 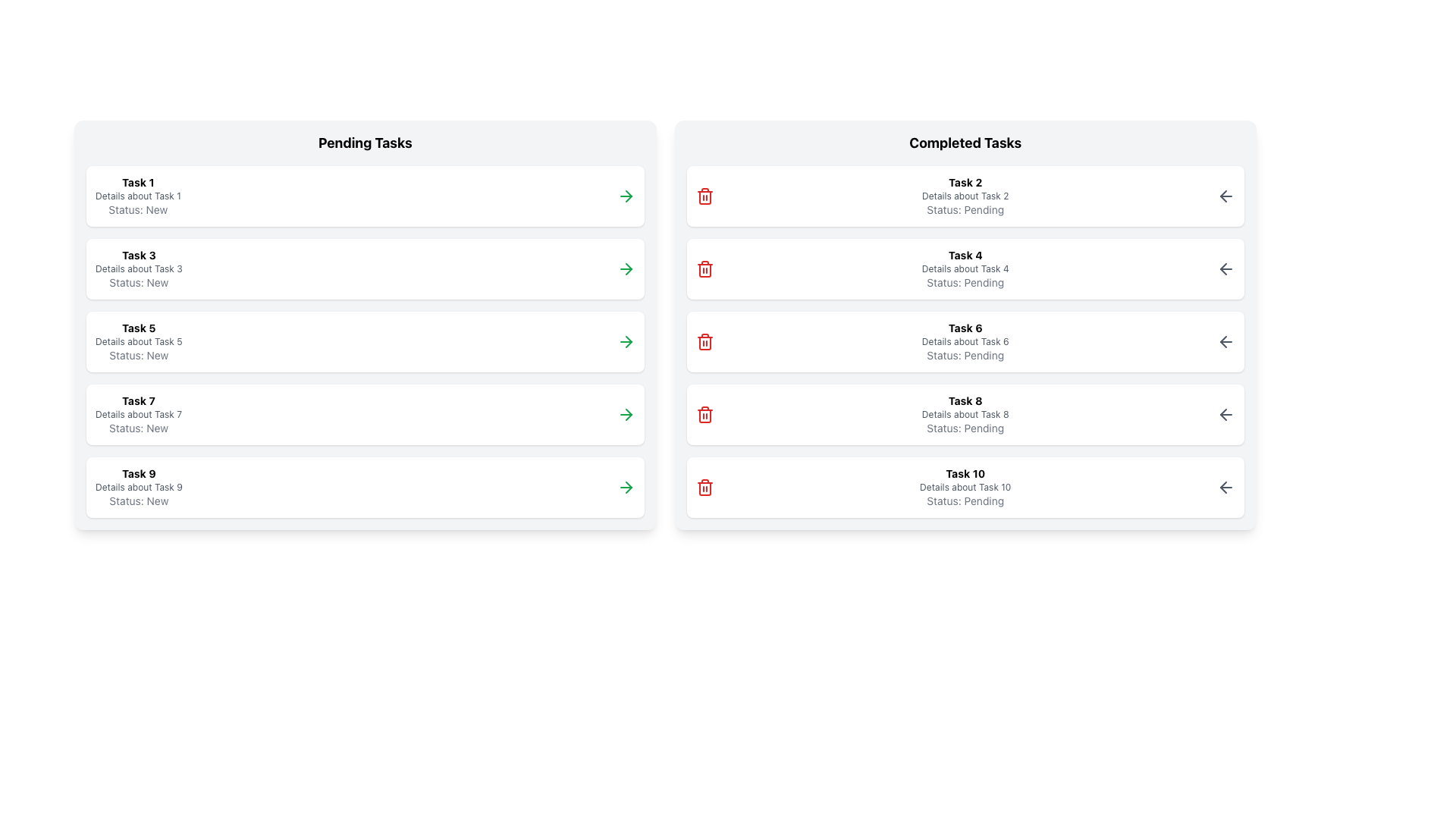 What do you see at coordinates (704, 268) in the screenshot?
I see `the red trash can icon button located to the left of 'Task 4' in the 'Completed Tasks' panel` at bounding box center [704, 268].